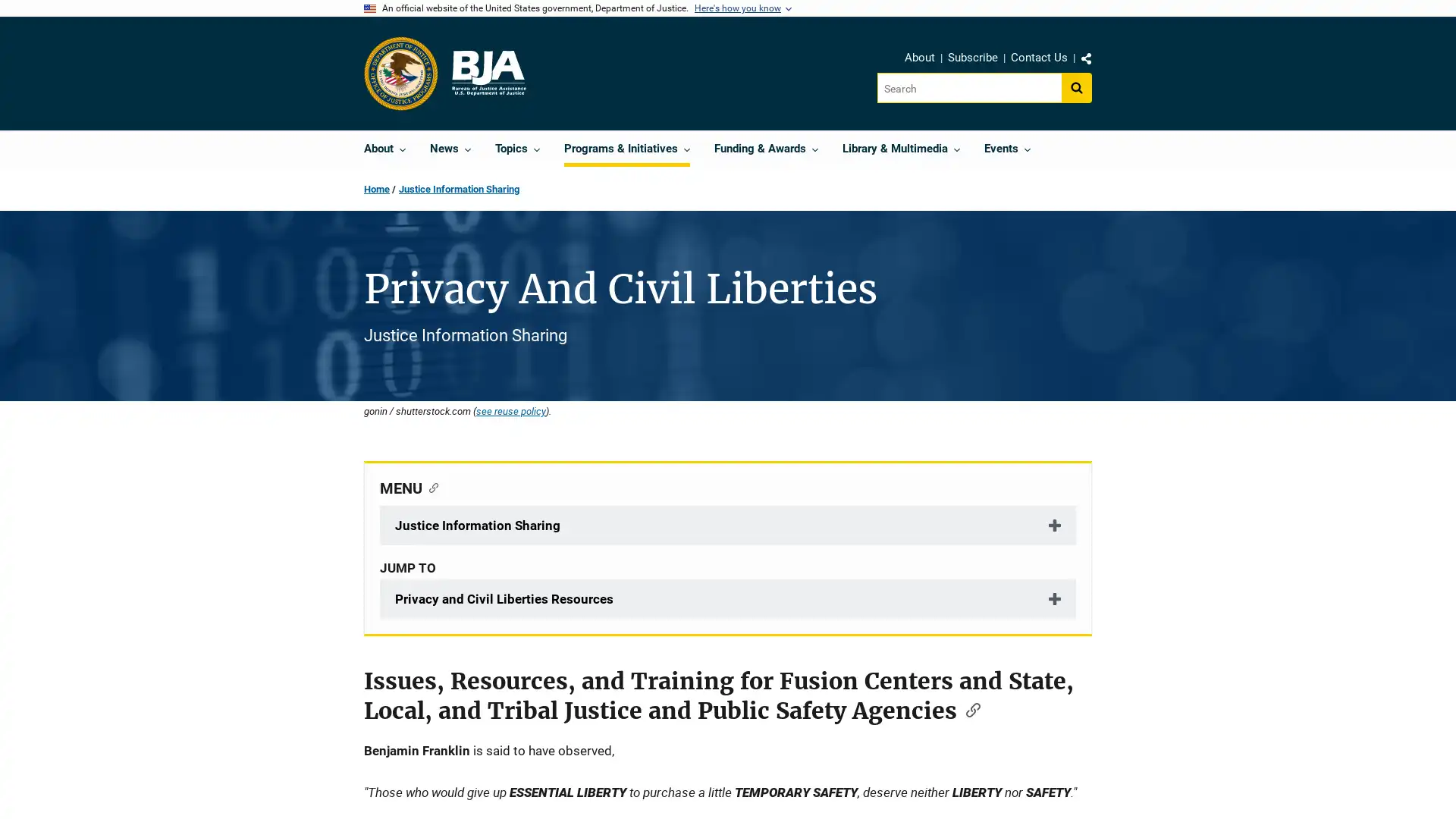 The image size is (1456, 819). What do you see at coordinates (728, 525) in the screenshot?
I see `Justice Information Sharing` at bounding box center [728, 525].